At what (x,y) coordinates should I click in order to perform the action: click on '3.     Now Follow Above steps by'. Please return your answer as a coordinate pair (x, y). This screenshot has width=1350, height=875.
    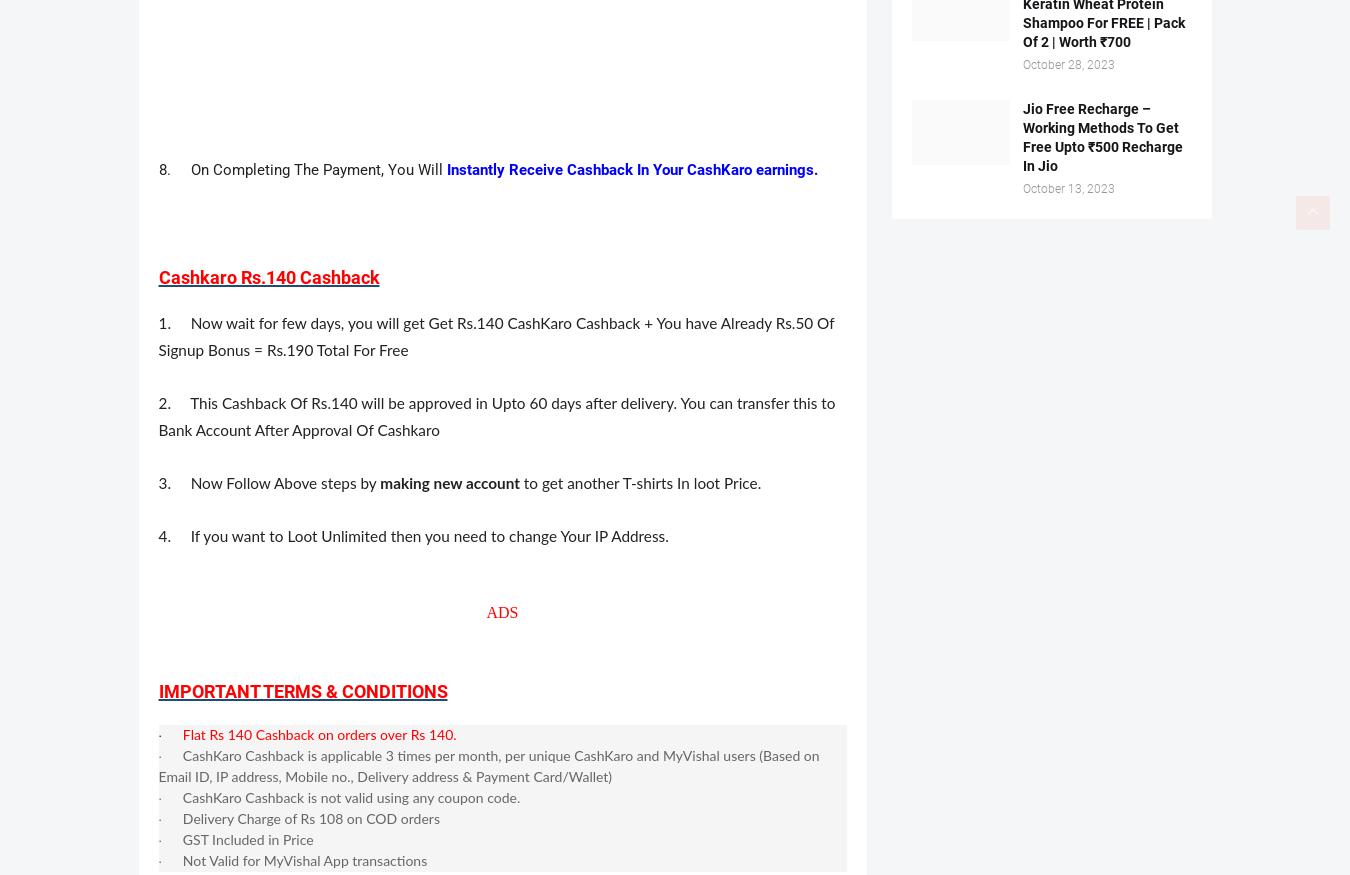
    Looking at the image, I should click on (268, 484).